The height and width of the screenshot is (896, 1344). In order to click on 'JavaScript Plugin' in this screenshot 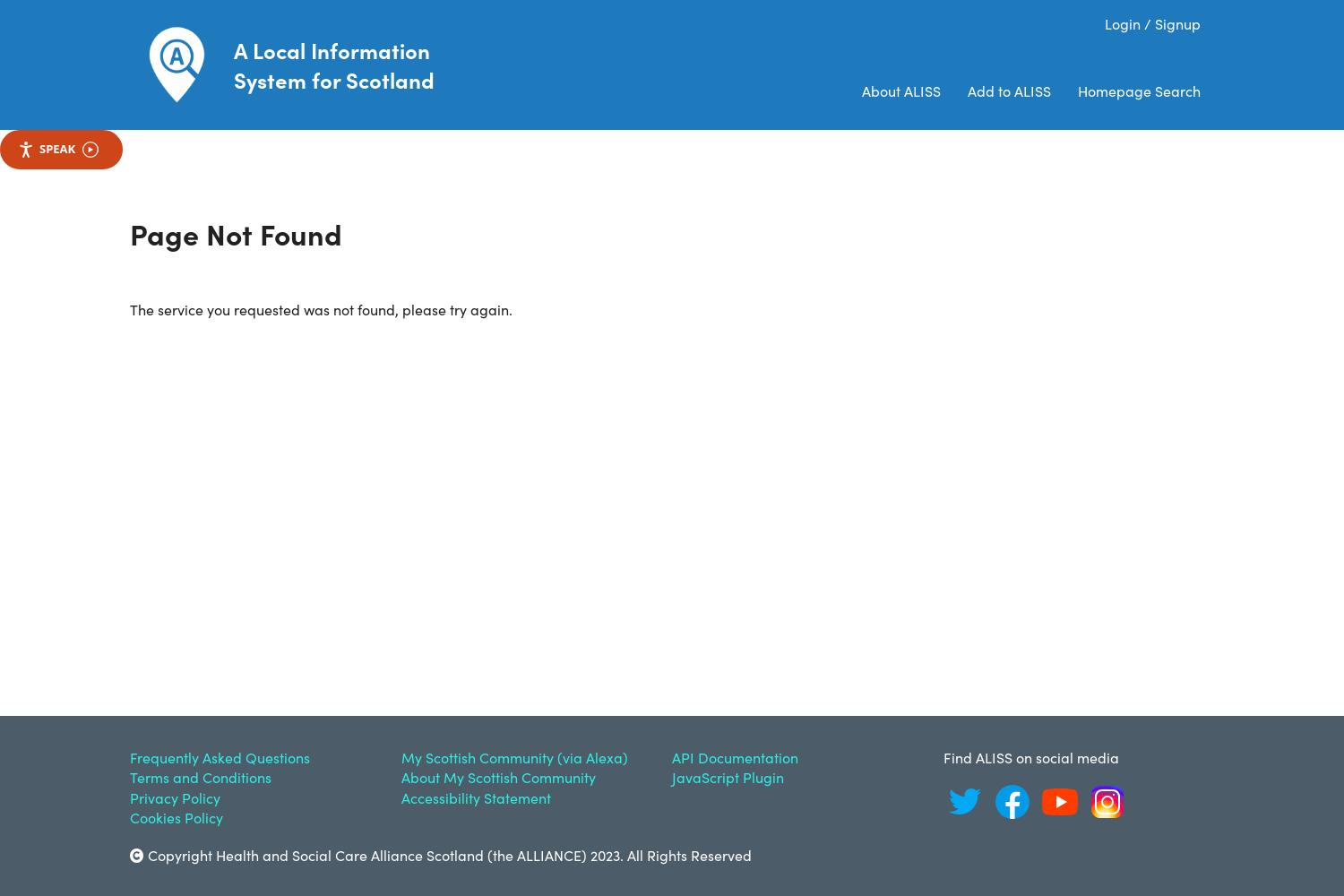, I will do `click(672, 776)`.